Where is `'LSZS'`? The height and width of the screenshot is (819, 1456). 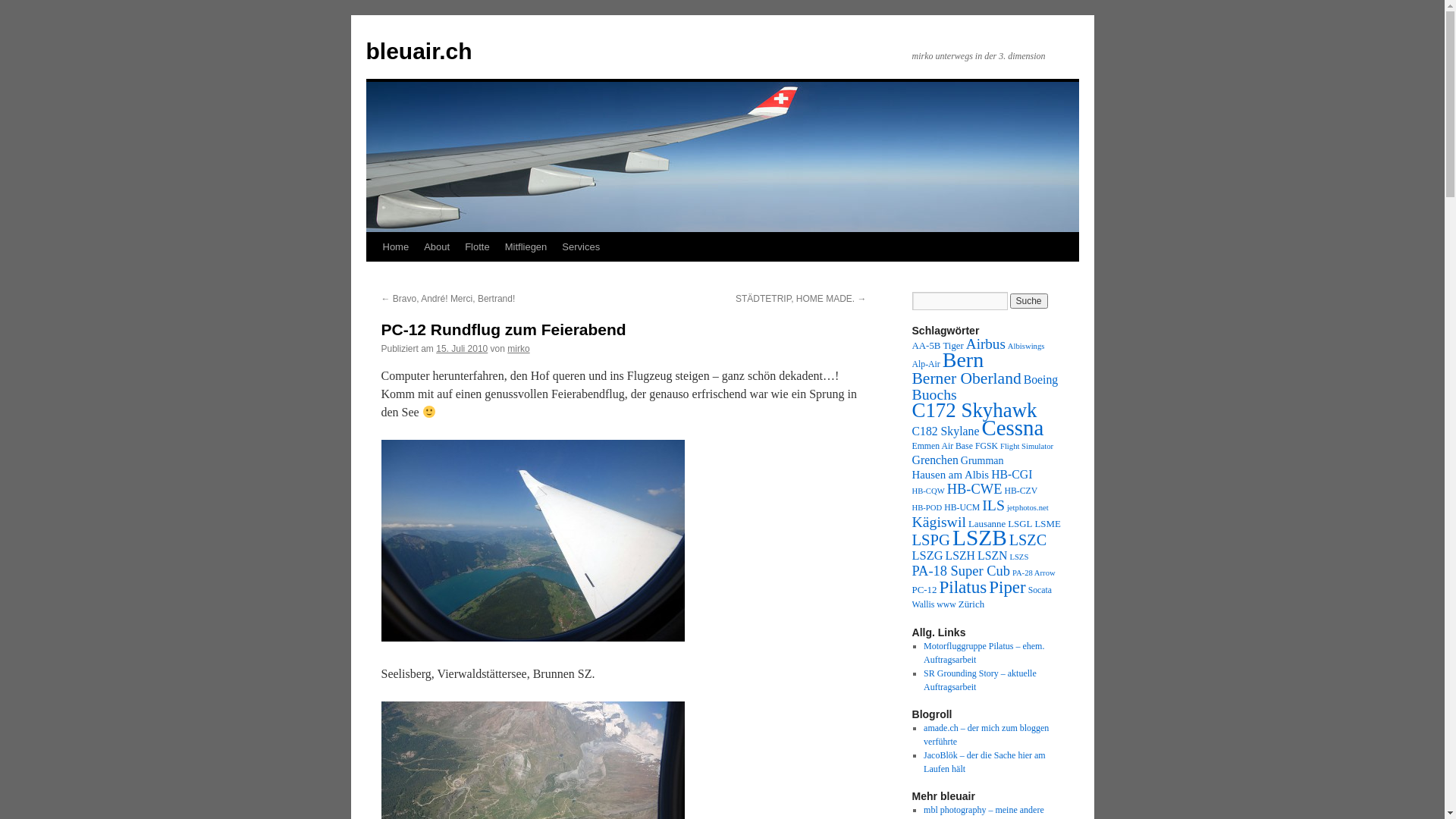
'LSZS' is located at coordinates (1018, 557).